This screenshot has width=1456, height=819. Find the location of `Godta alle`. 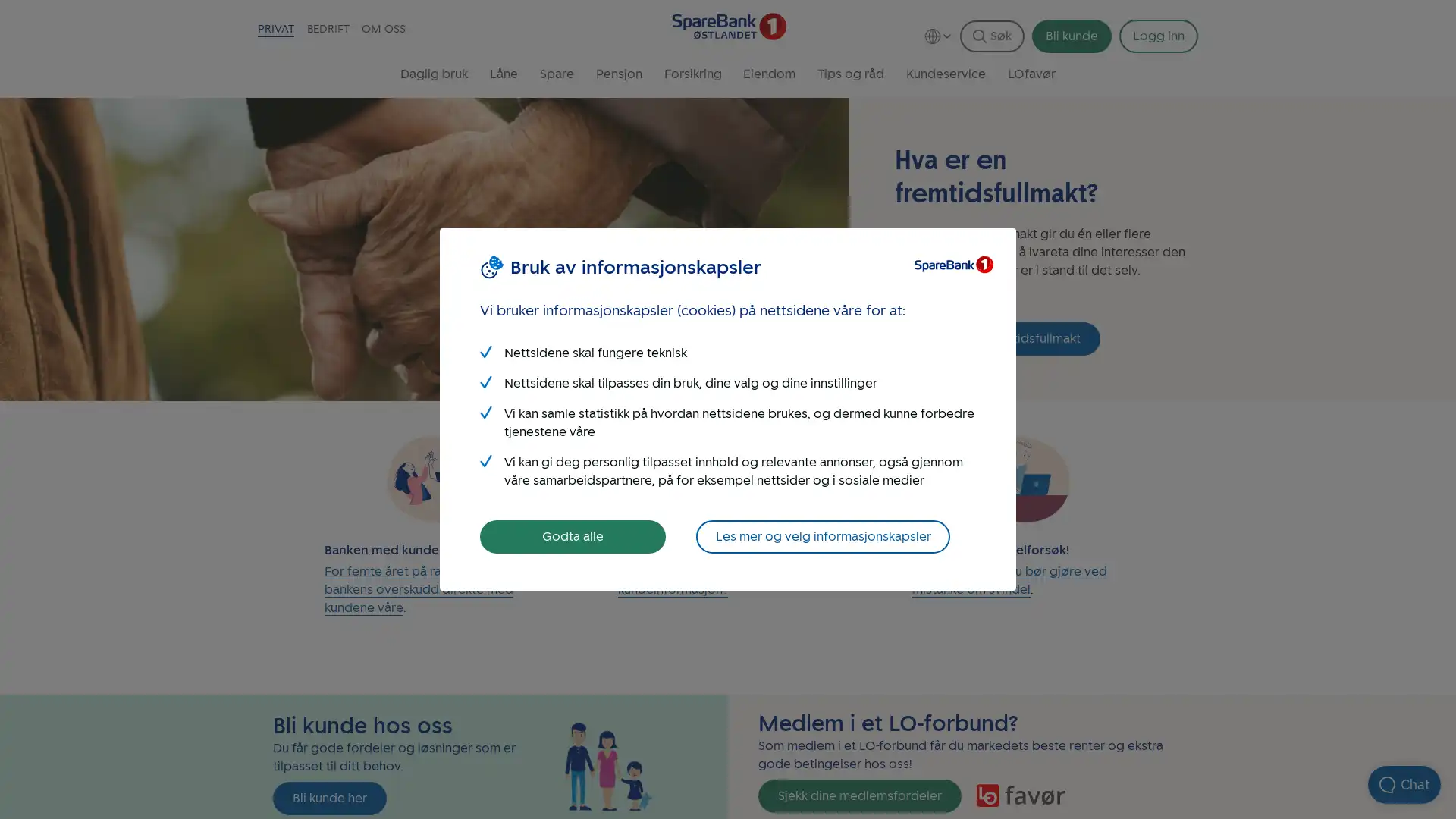

Godta alle is located at coordinates (572, 536).